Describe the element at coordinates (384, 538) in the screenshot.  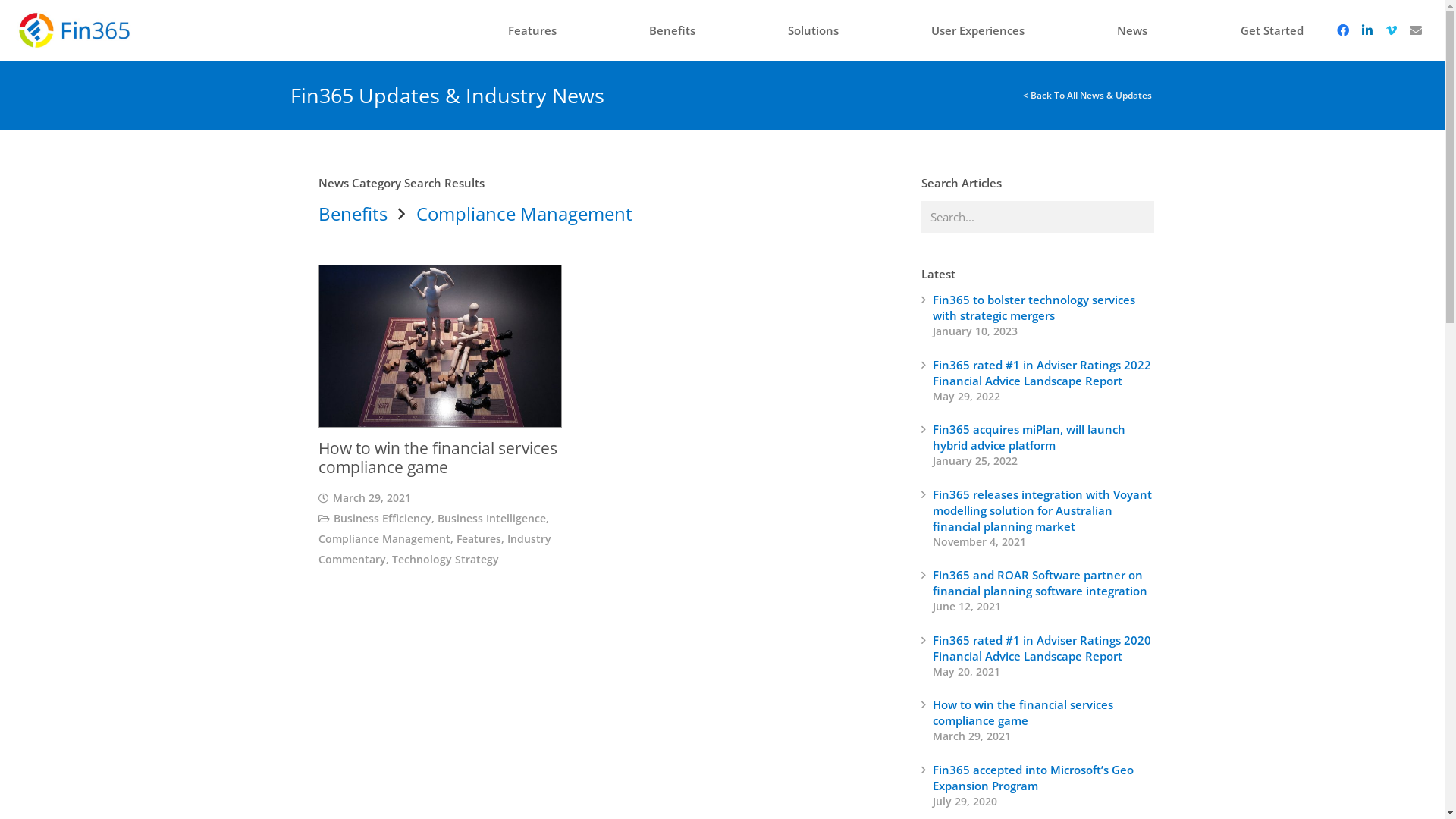
I see `'Compliance Management'` at that location.